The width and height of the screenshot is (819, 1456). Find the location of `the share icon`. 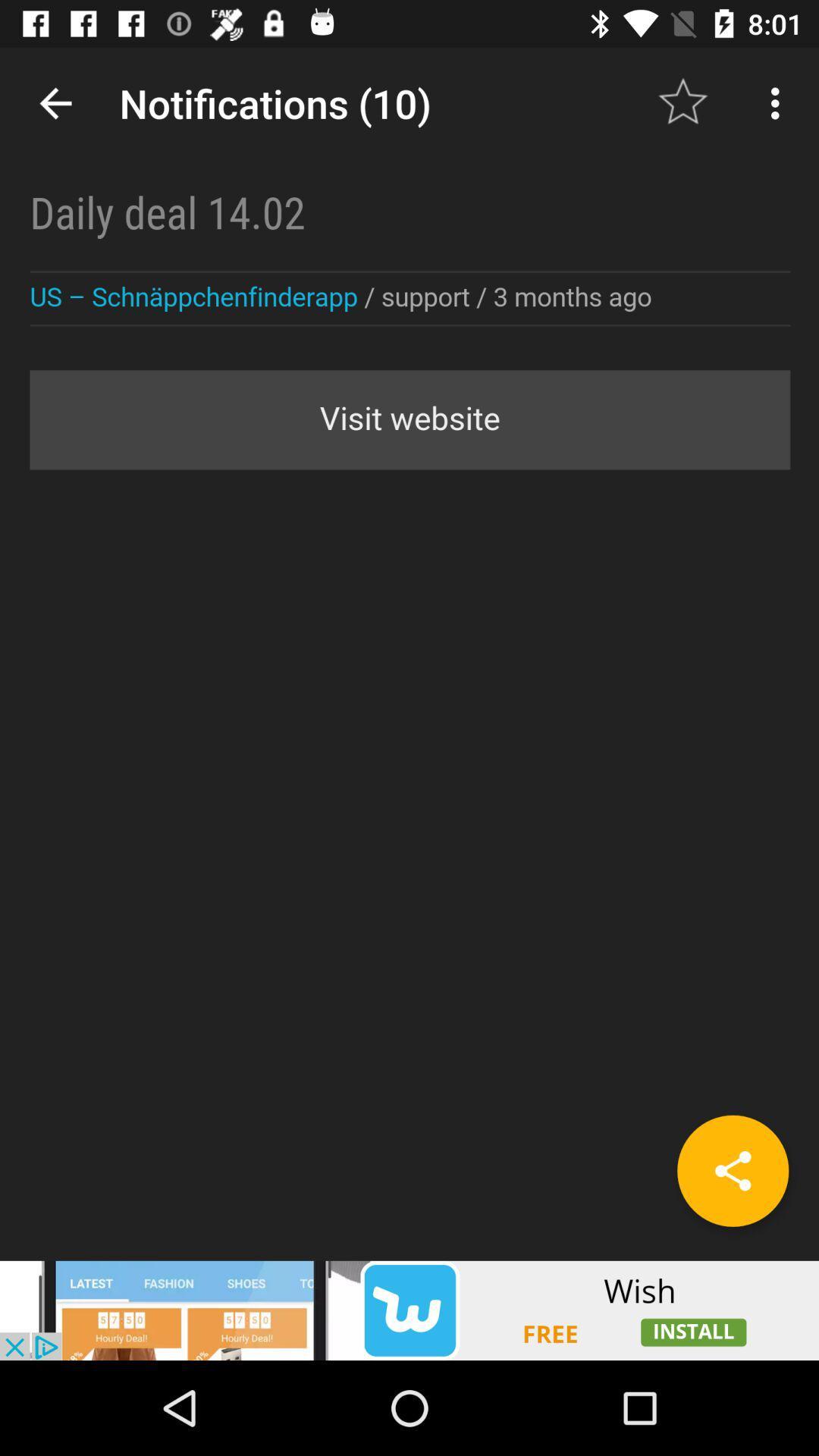

the share icon is located at coordinates (732, 1170).